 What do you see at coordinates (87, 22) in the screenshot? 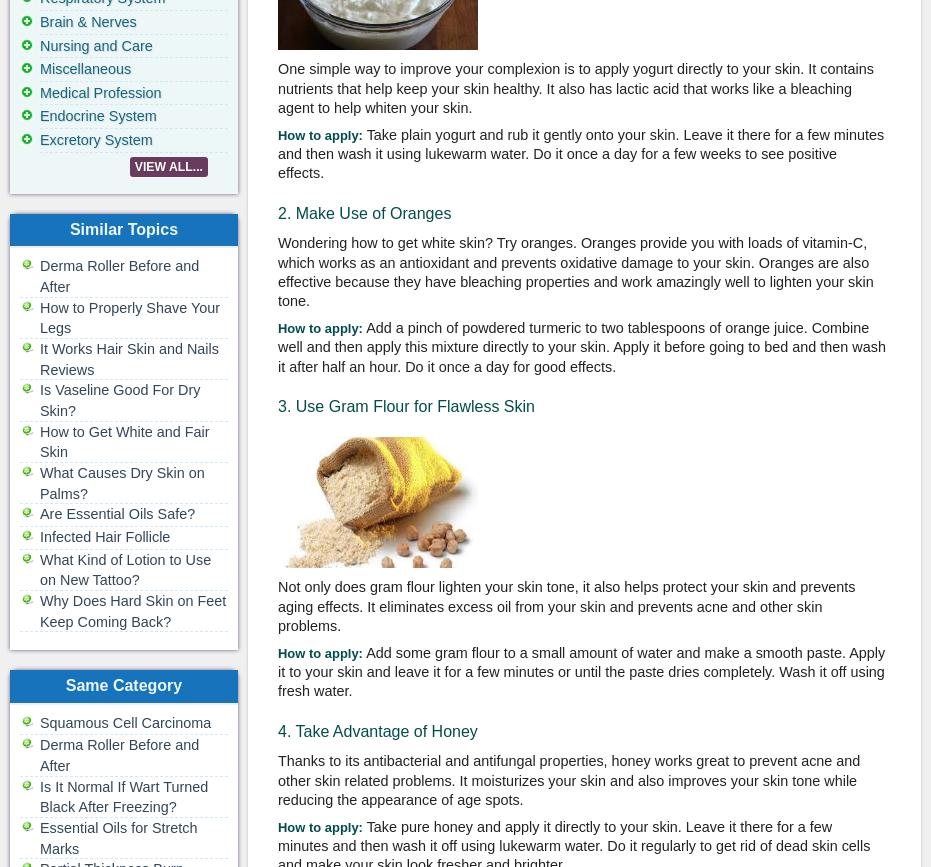
I see `'Brain & Nerves'` at bounding box center [87, 22].